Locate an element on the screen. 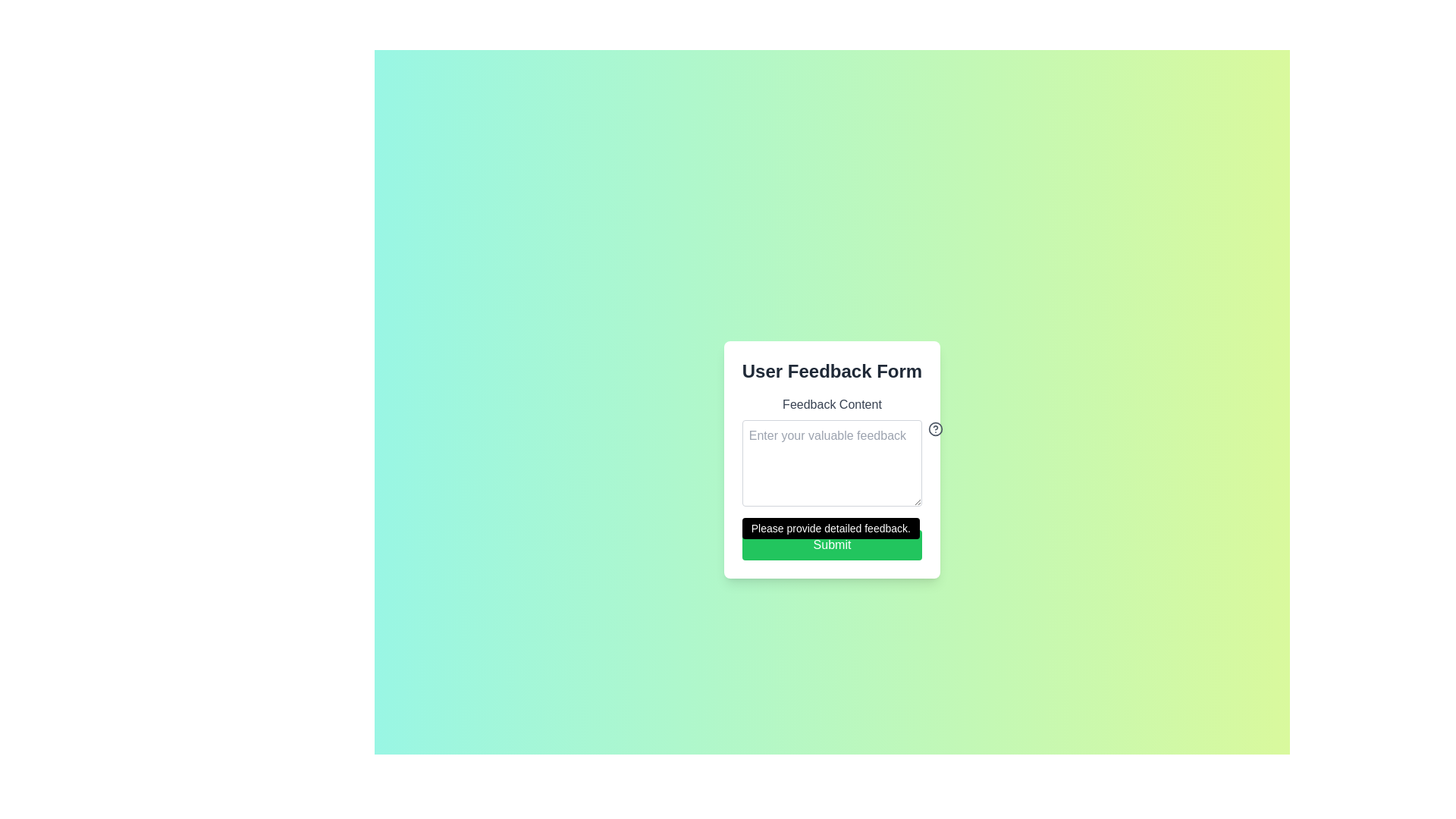  the small circular help button with a question mark icon located to the right of the 'Feedback Content' text input box is located at coordinates (932, 428).